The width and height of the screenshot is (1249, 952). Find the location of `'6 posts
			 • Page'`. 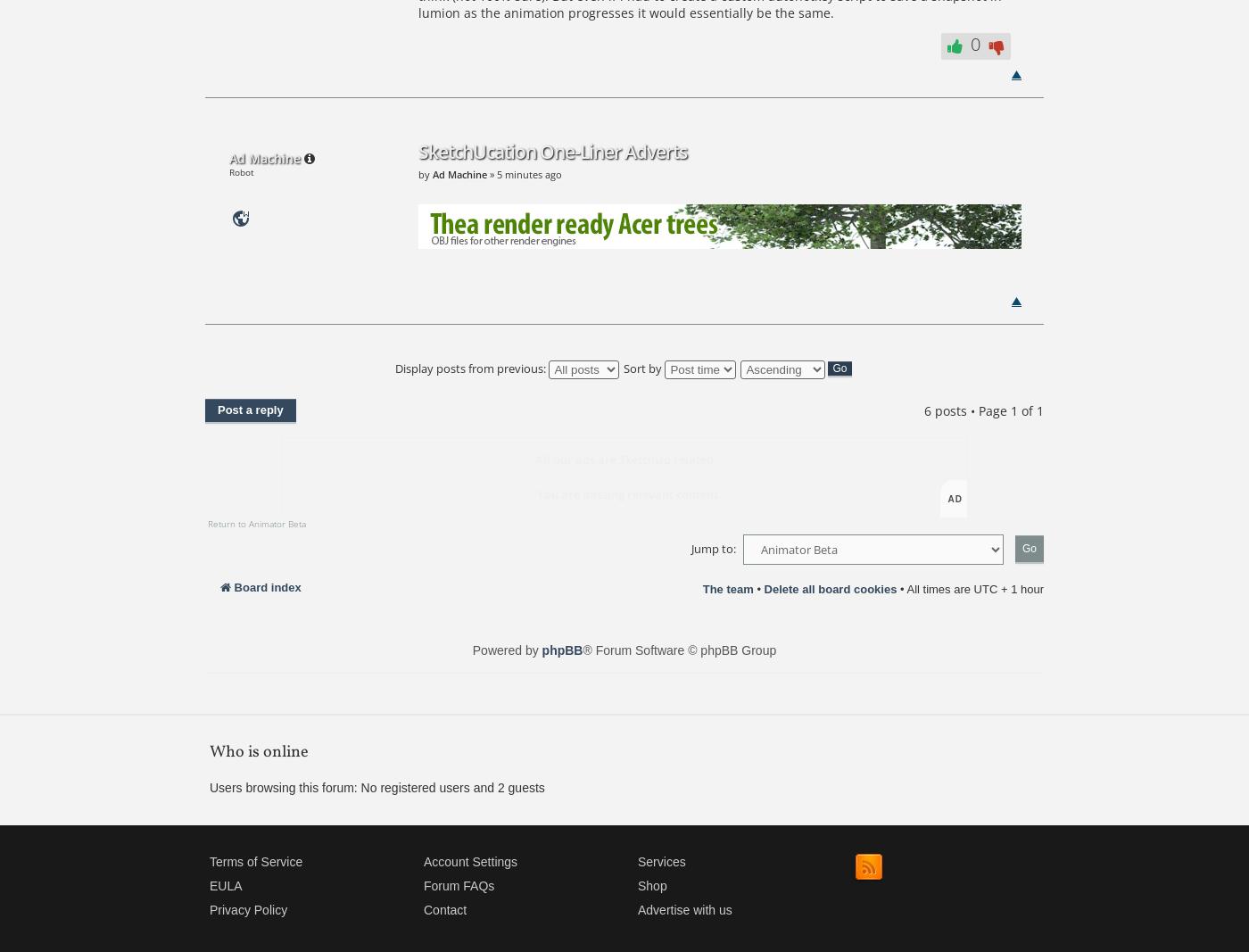

'6 posts
			 • Page' is located at coordinates (967, 409).